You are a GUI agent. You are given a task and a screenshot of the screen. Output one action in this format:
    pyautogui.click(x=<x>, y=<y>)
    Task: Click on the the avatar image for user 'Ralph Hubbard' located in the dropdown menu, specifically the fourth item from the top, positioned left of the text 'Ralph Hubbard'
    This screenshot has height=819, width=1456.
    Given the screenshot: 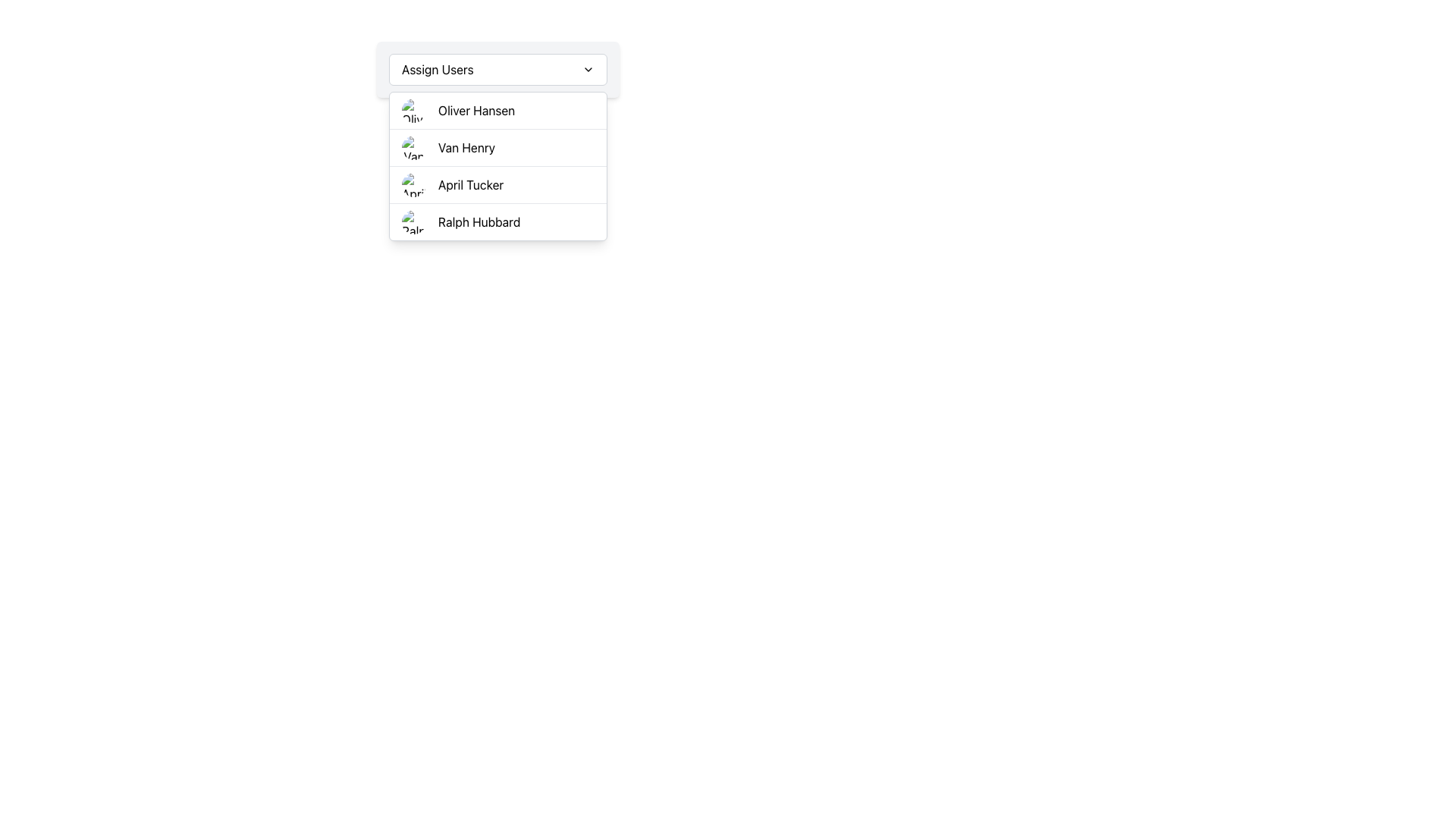 What is the action you would take?
    pyautogui.click(x=414, y=222)
    